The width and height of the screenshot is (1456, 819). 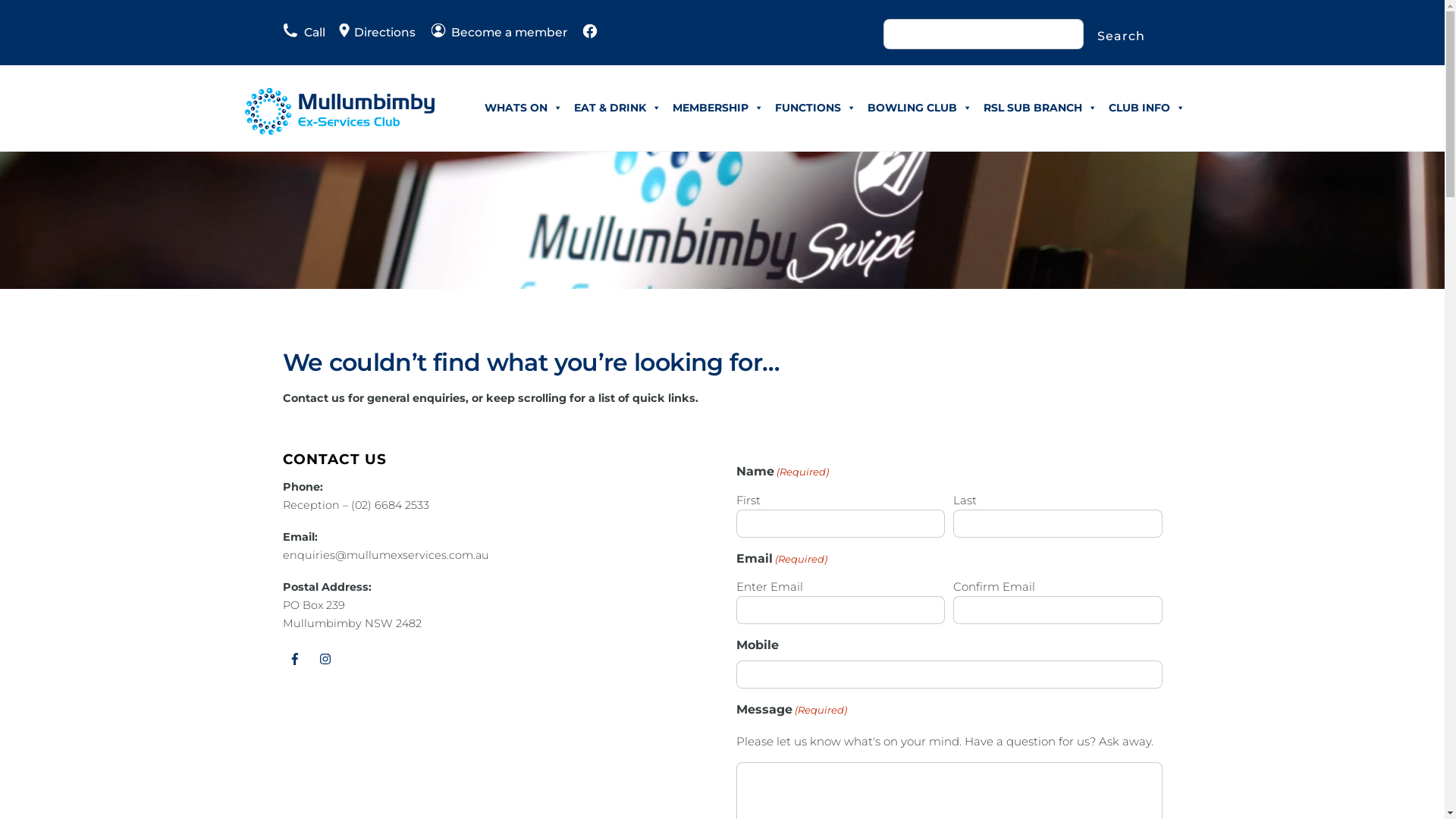 I want to click on 'WHATS ON', so click(x=523, y=107).